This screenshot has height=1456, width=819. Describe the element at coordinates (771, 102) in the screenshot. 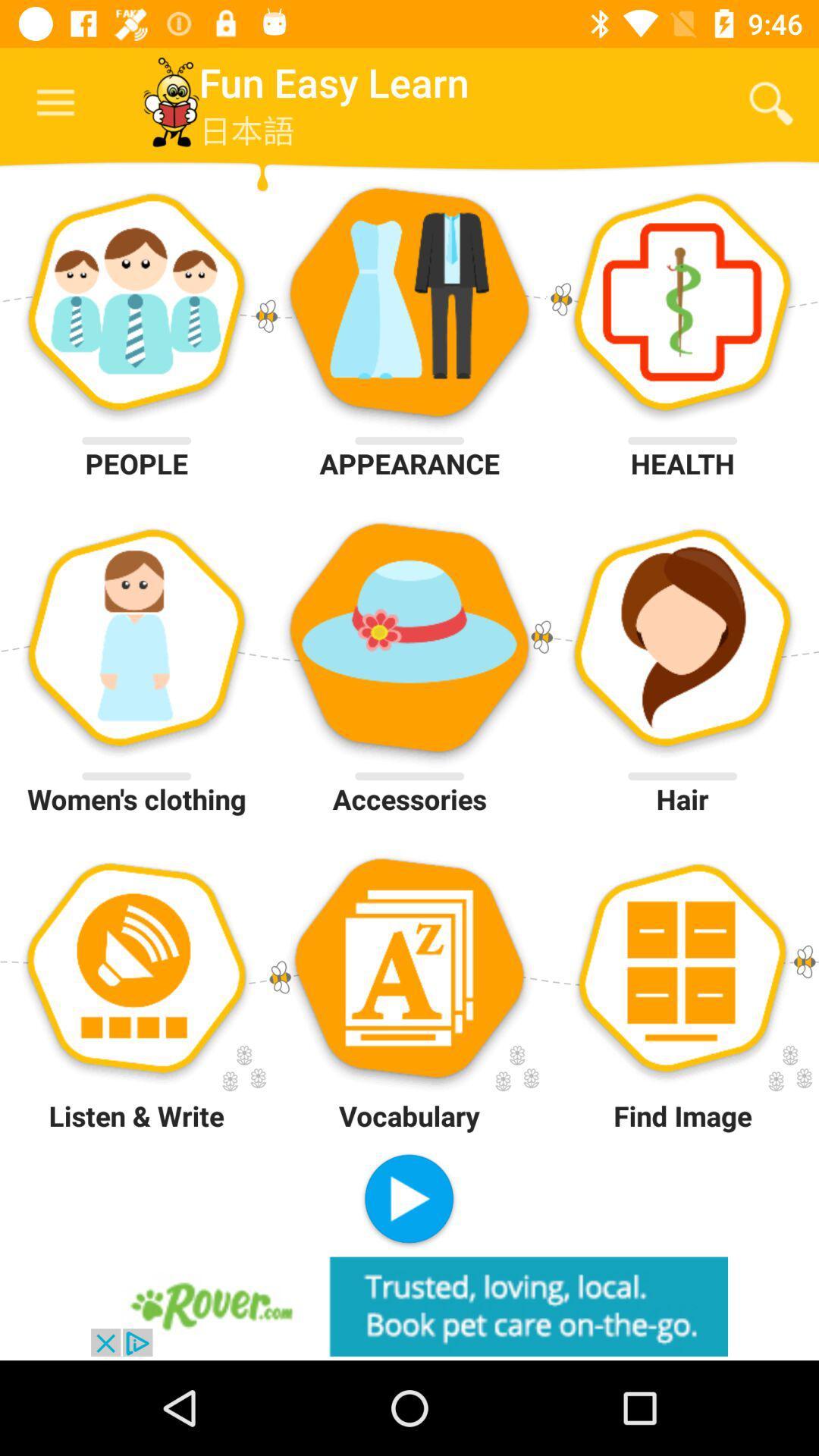

I see `the icon next to fun easy learn` at that location.